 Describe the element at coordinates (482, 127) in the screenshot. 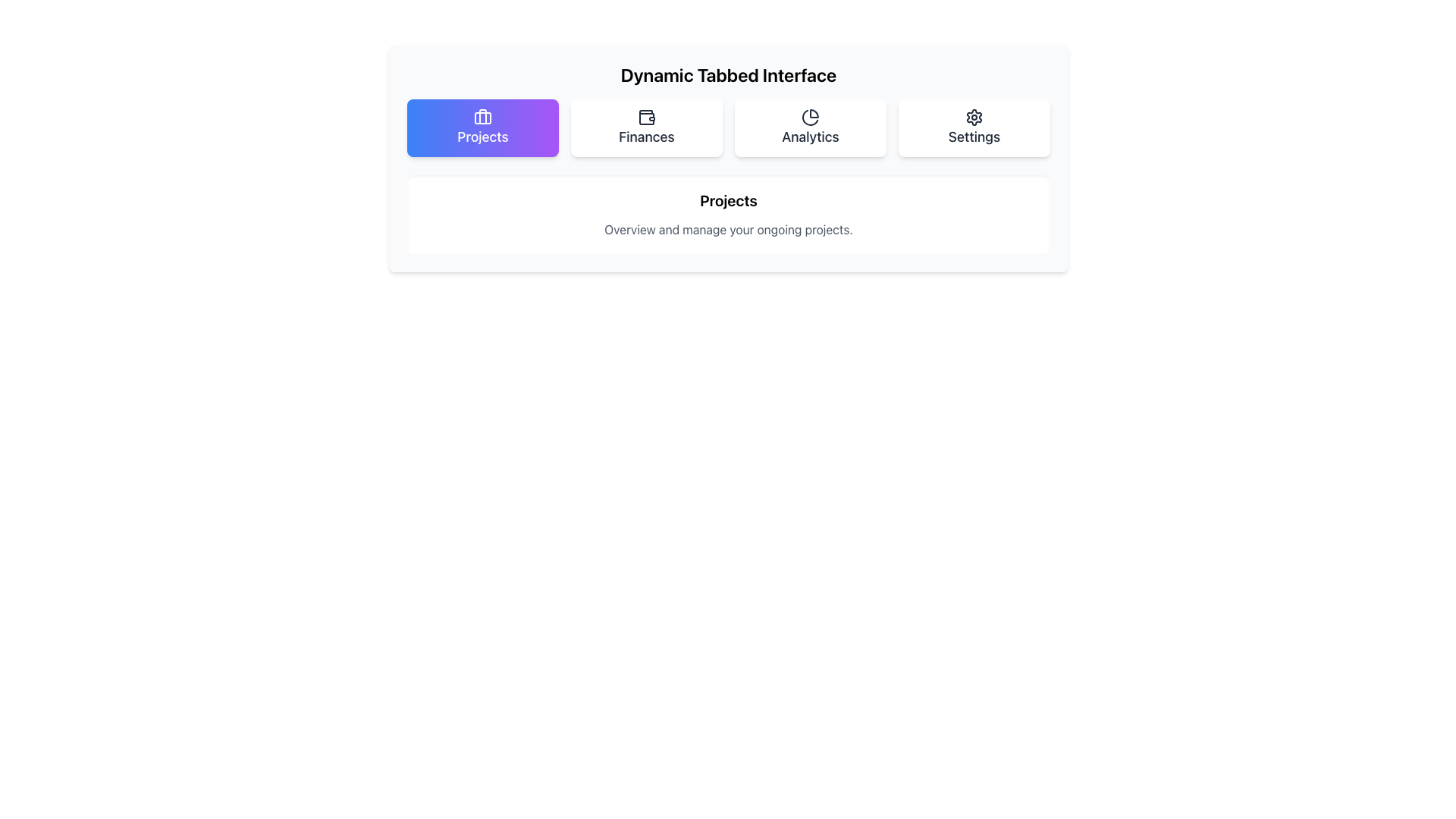

I see `the 'Projects' tab button in the Dynamic Tabbed Interface for keyboard navigation` at that location.